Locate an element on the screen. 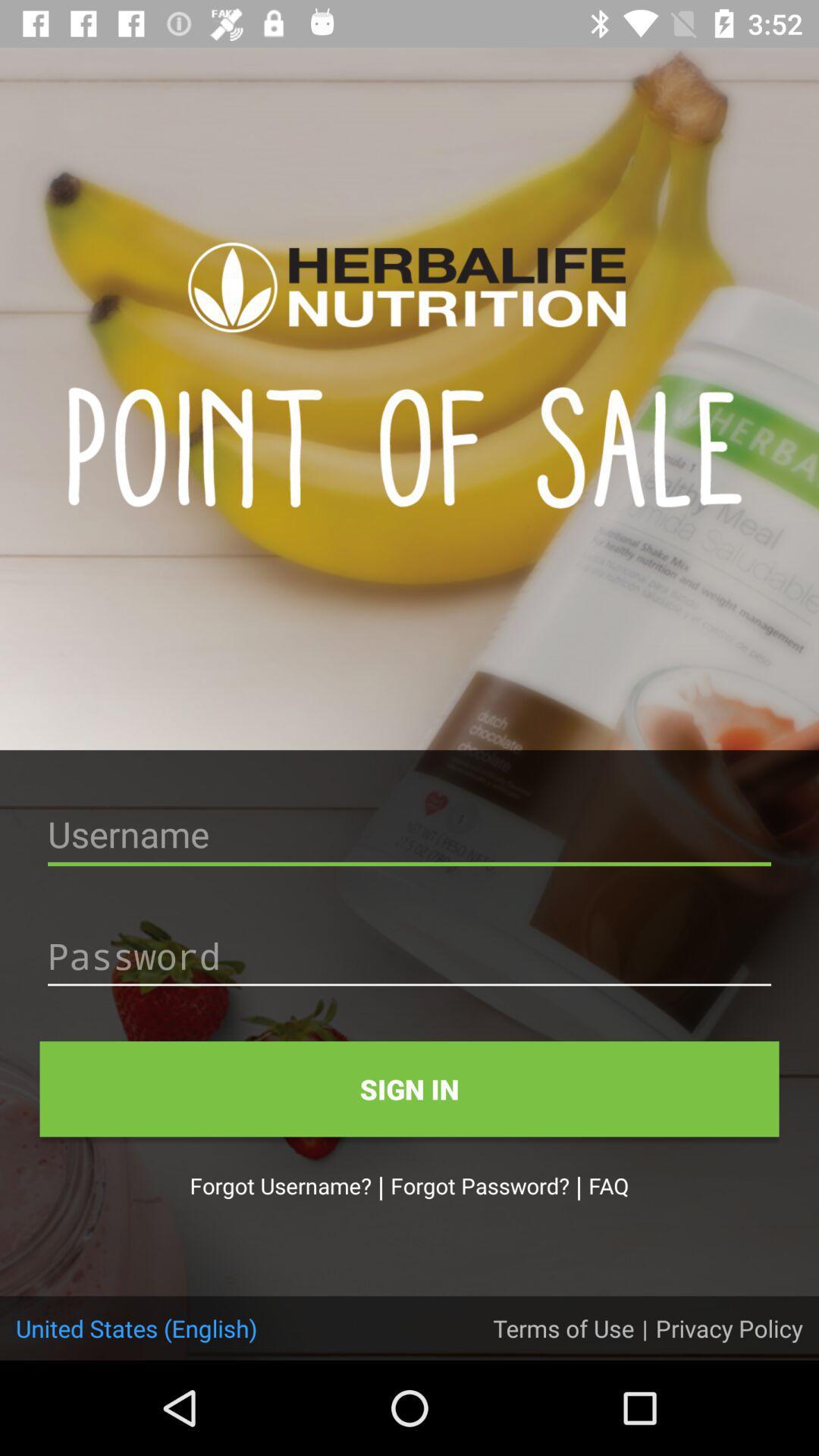 This screenshot has width=819, height=1456. icon below the sign in item is located at coordinates (607, 1185).